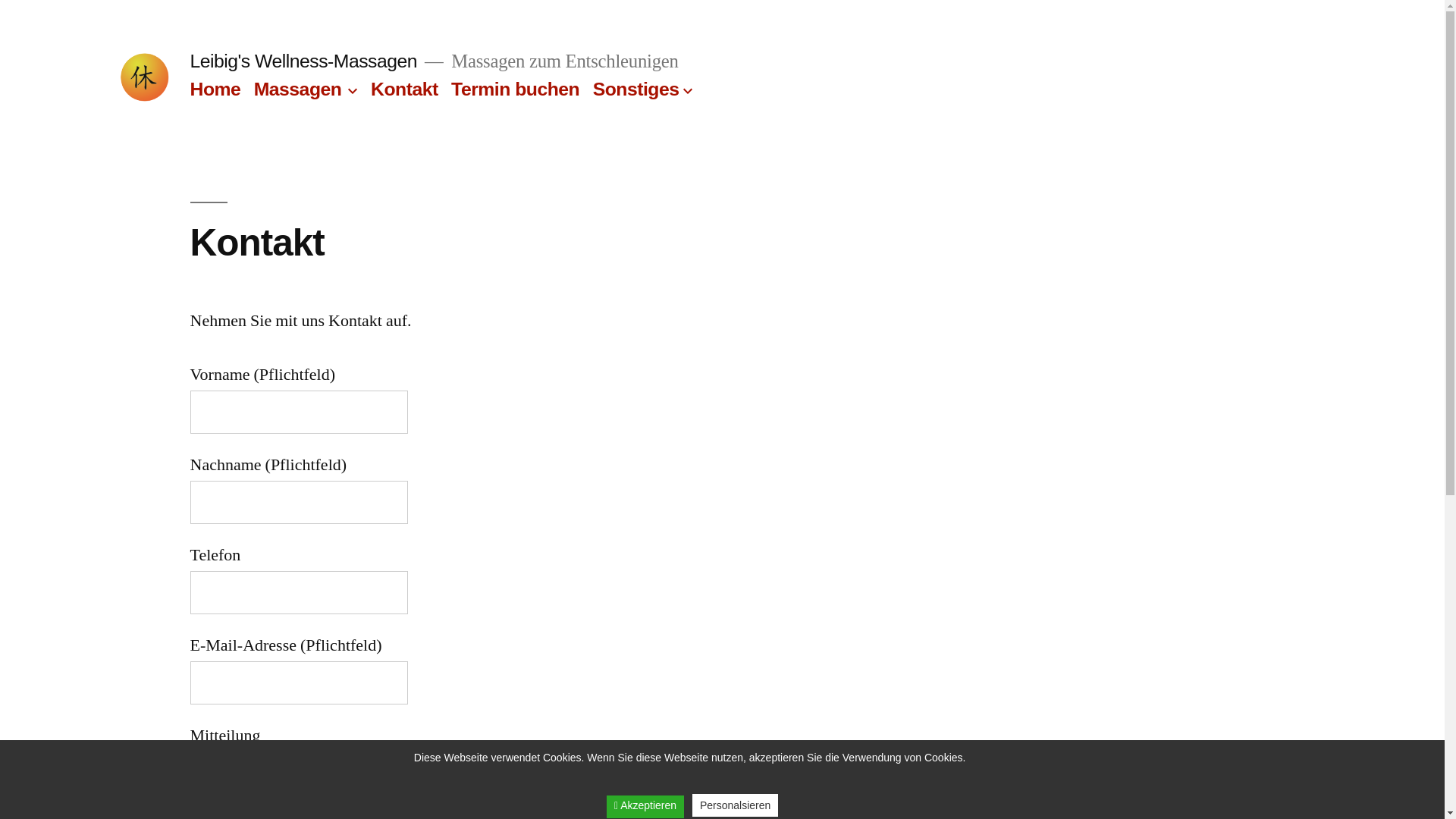  I want to click on 'Kontakt', so click(404, 89).